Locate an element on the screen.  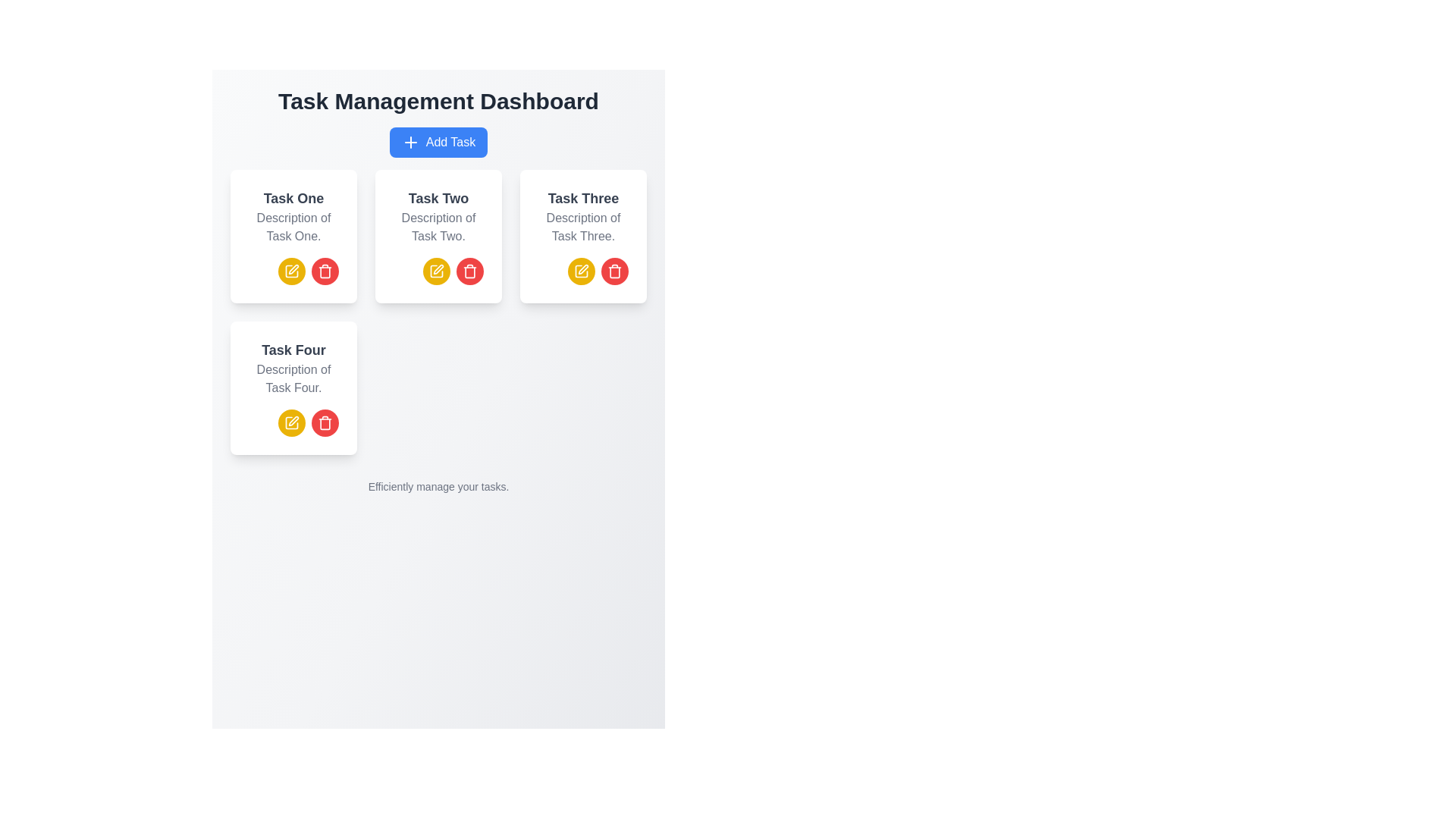
the red circular button with a white trash icon, the rightmost button at the bottom-right of the task card titled 'Task One', to change its appearance is located at coordinates (324, 271).